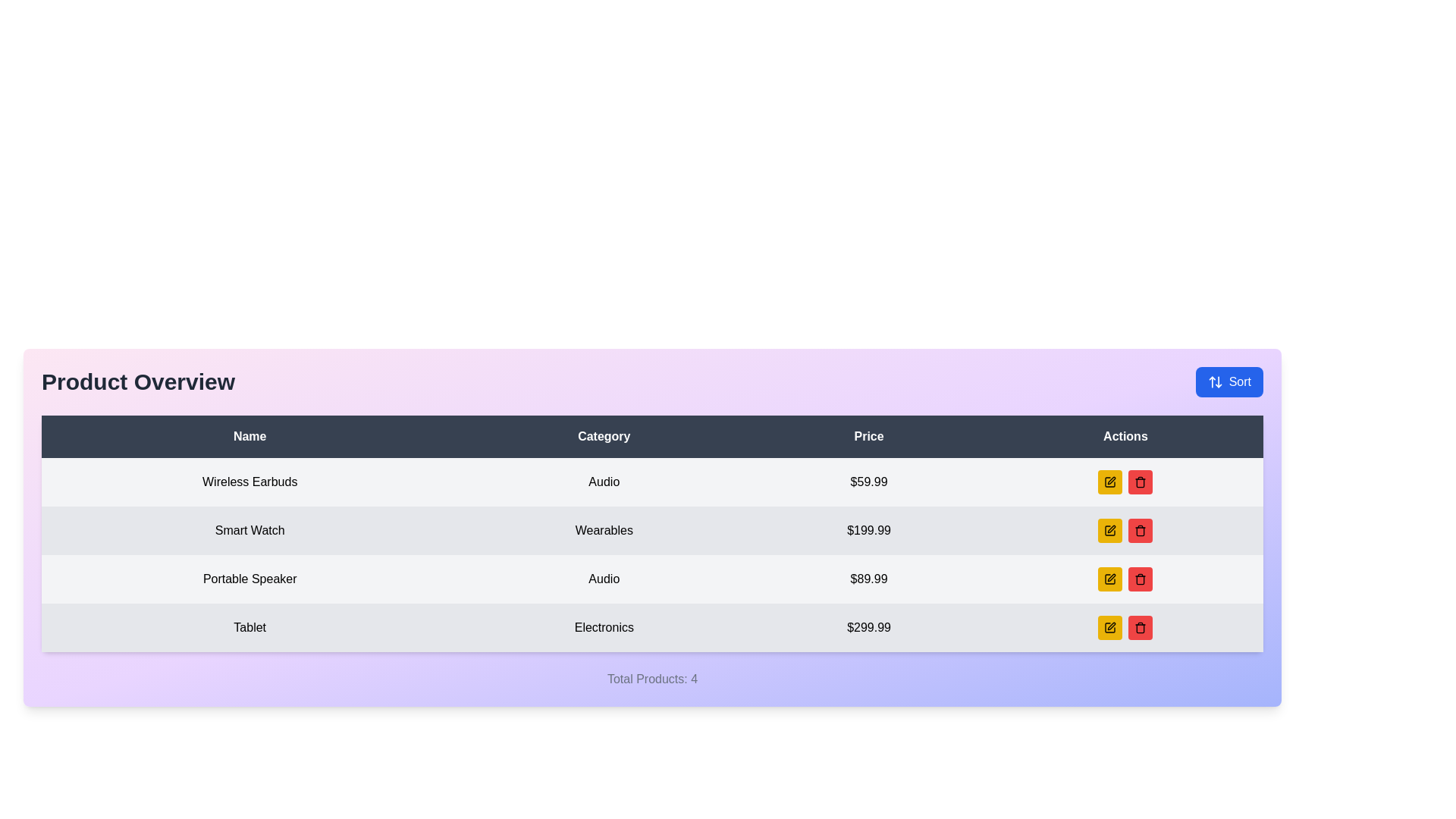 The width and height of the screenshot is (1456, 819). What do you see at coordinates (1141, 579) in the screenshot?
I see `the vibrant red rounded rectangle button with a trash can icon in the fourth row of the 'Actions' column, which is the second button in that row` at bounding box center [1141, 579].